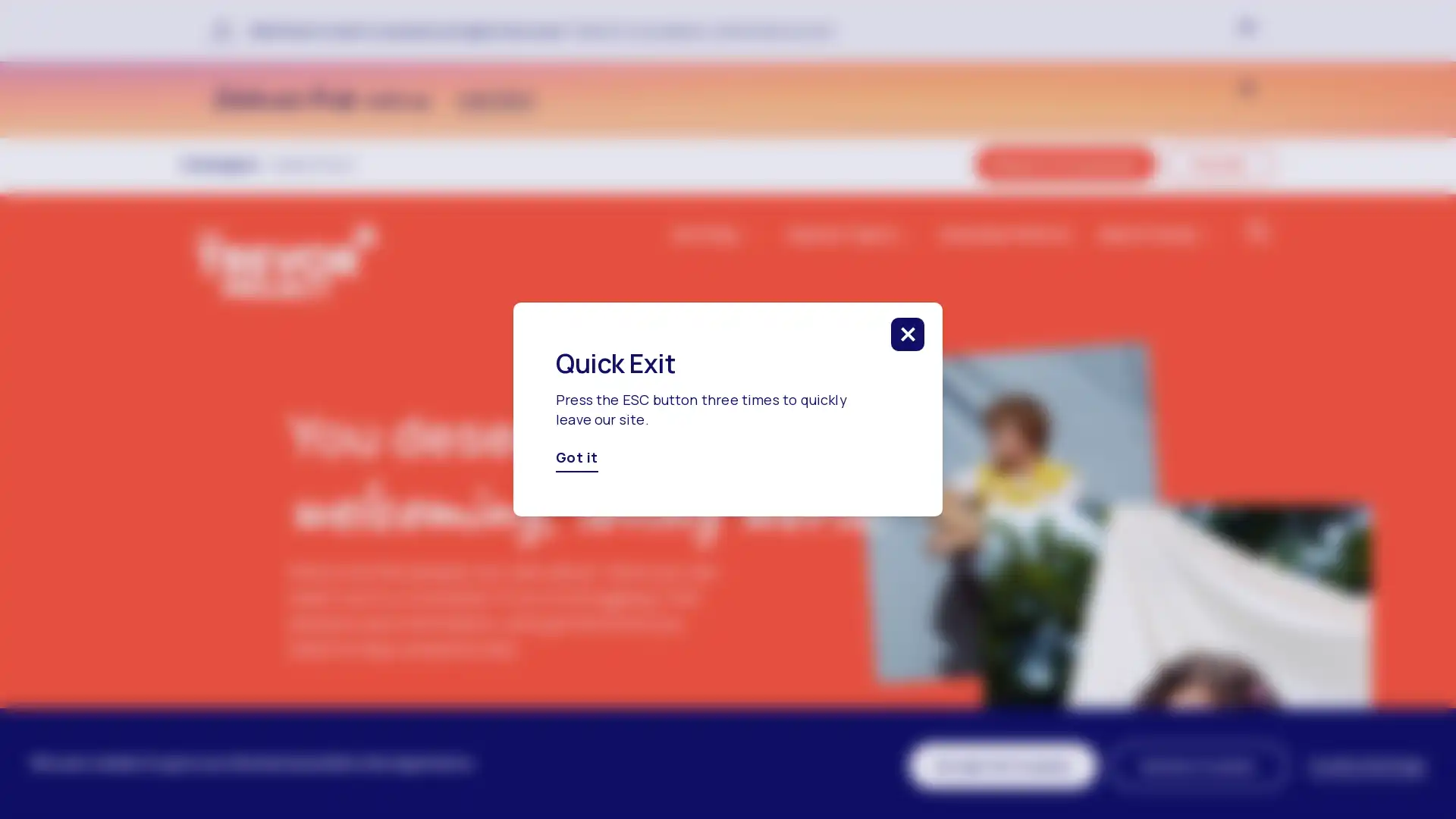 The width and height of the screenshot is (1456, 819). Describe the element at coordinates (1367, 766) in the screenshot. I see `Cookie Settings` at that location.